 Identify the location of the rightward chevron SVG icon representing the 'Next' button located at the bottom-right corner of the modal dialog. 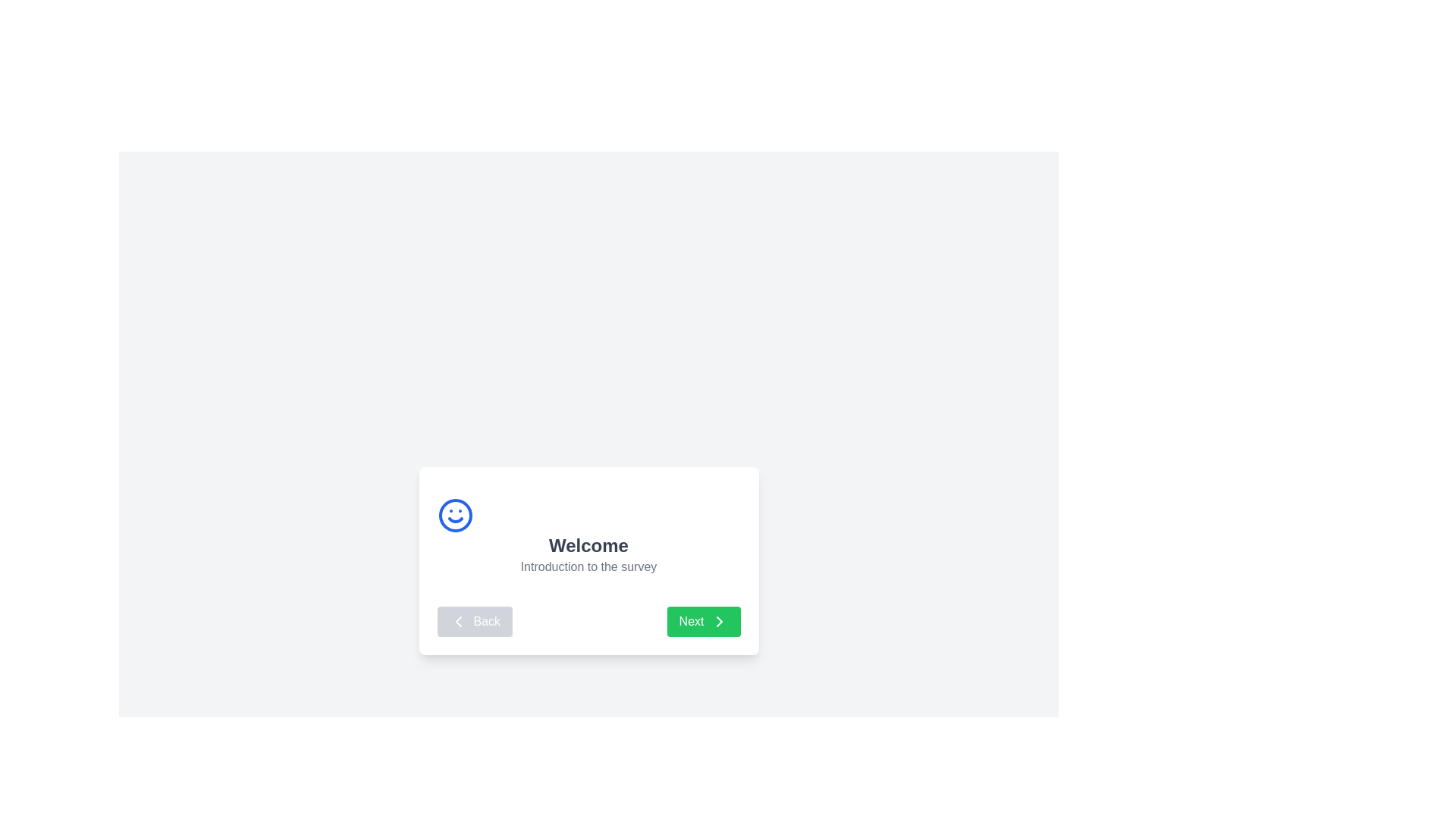
(718, 622).